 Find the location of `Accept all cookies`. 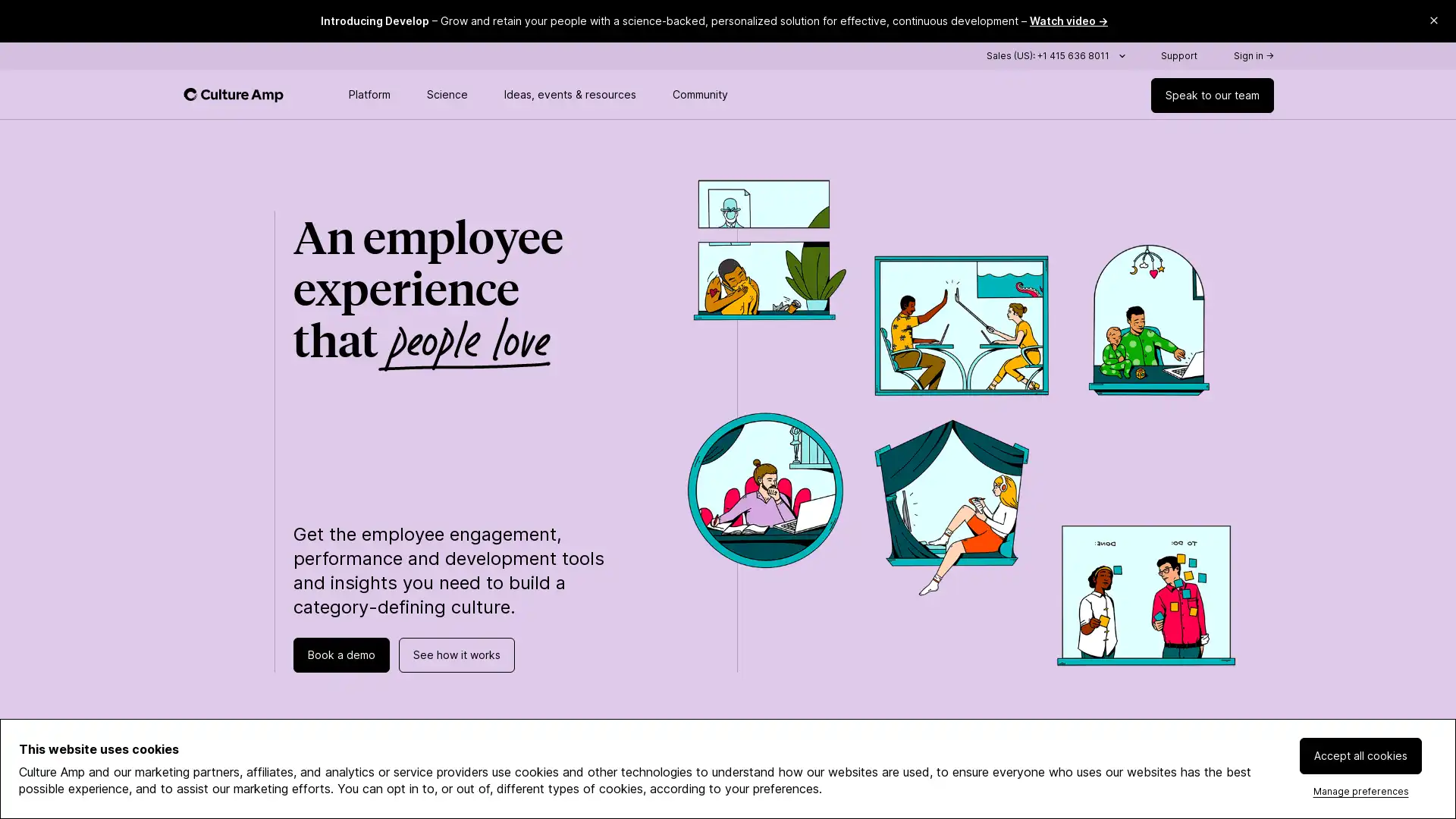

Accept all cookies is located at coordinates (1360, 755).